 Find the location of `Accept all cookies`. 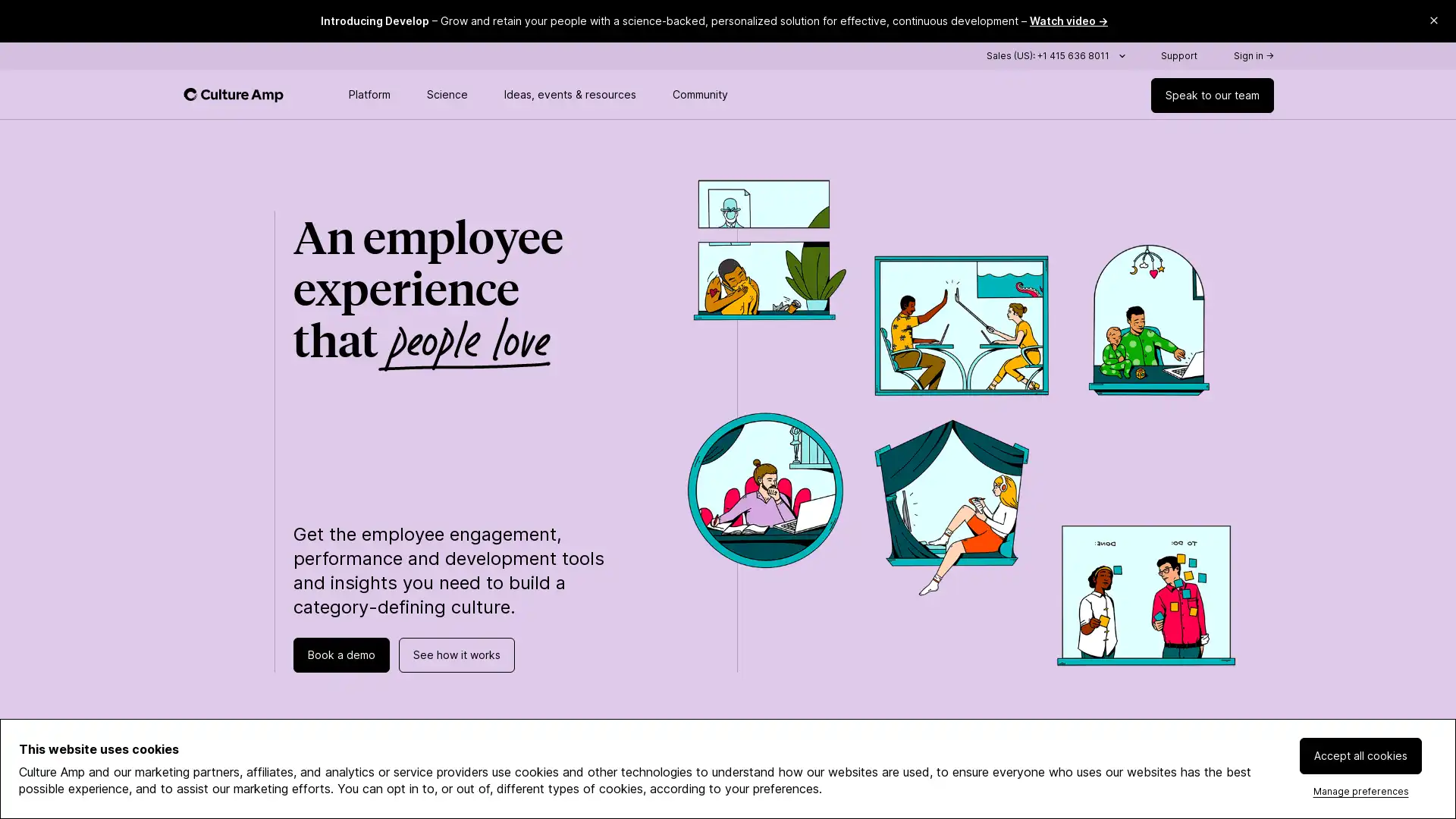

Accept all cookies is located at coordinates (1360, 755).